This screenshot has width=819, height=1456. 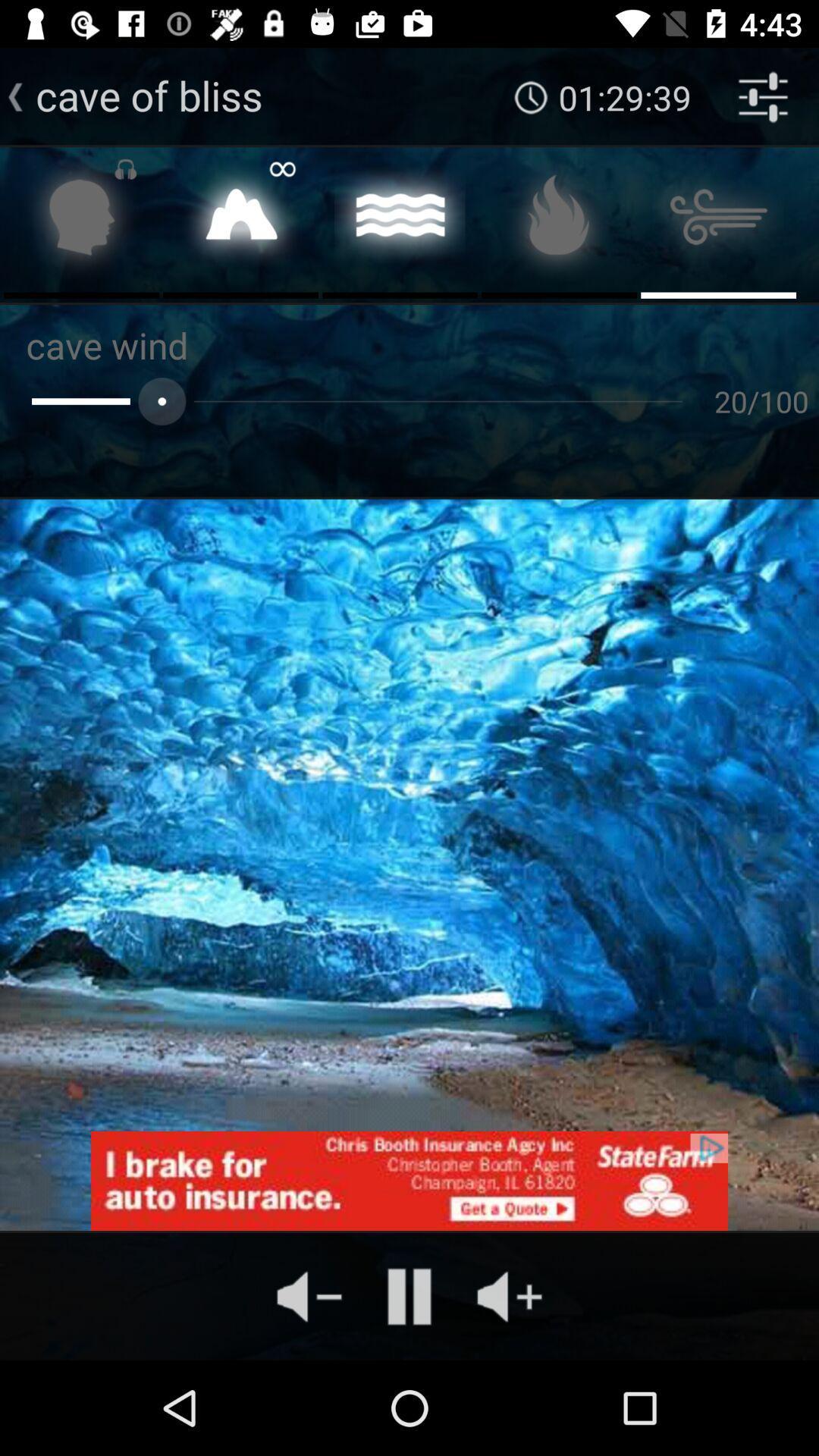 I want to click on activate wind, so click(x=717, y=221).